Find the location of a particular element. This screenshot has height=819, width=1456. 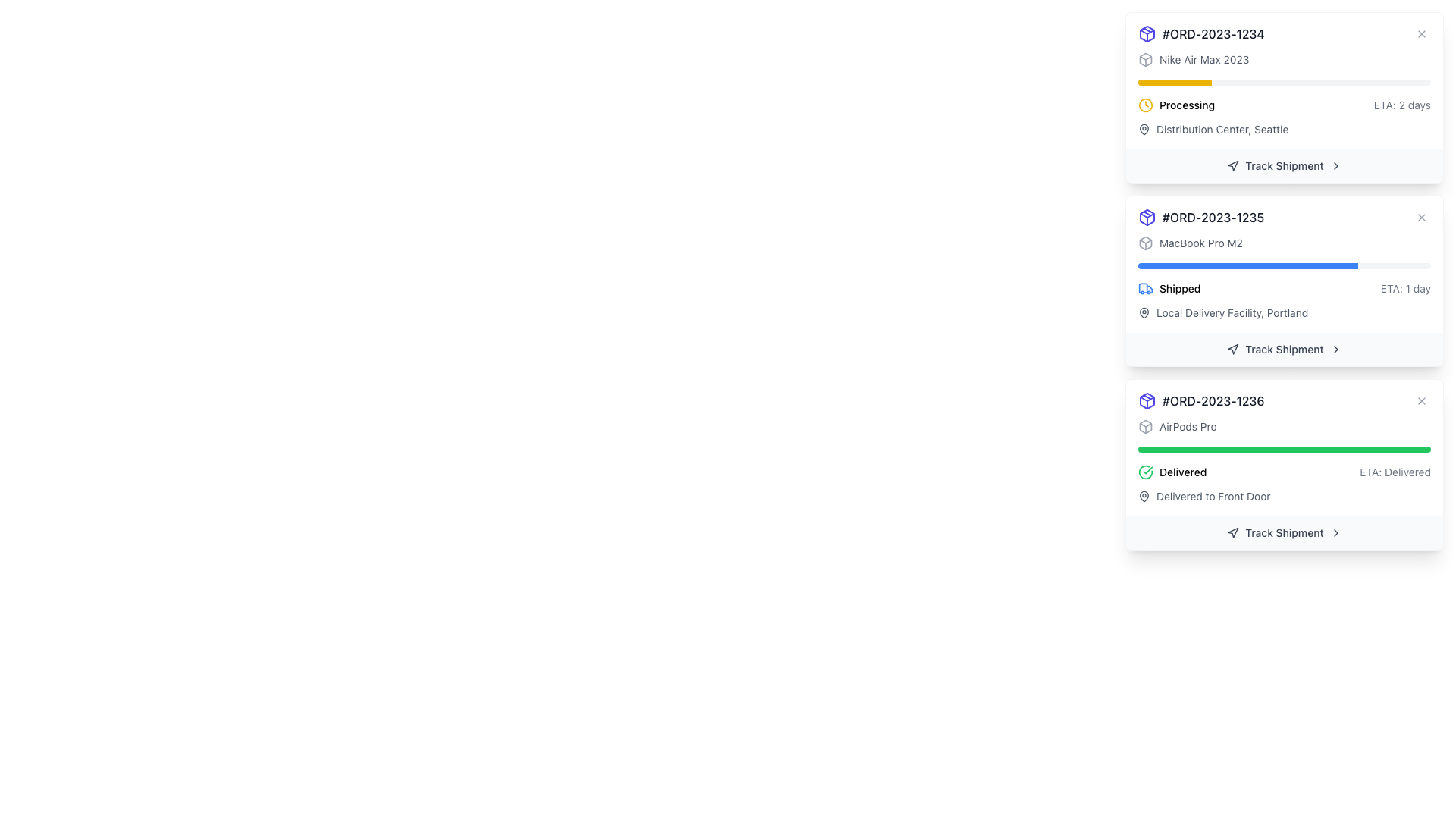

the 'Track Shipment' button located at the bottom of the last order status card is located at coordinates (1284, 532).